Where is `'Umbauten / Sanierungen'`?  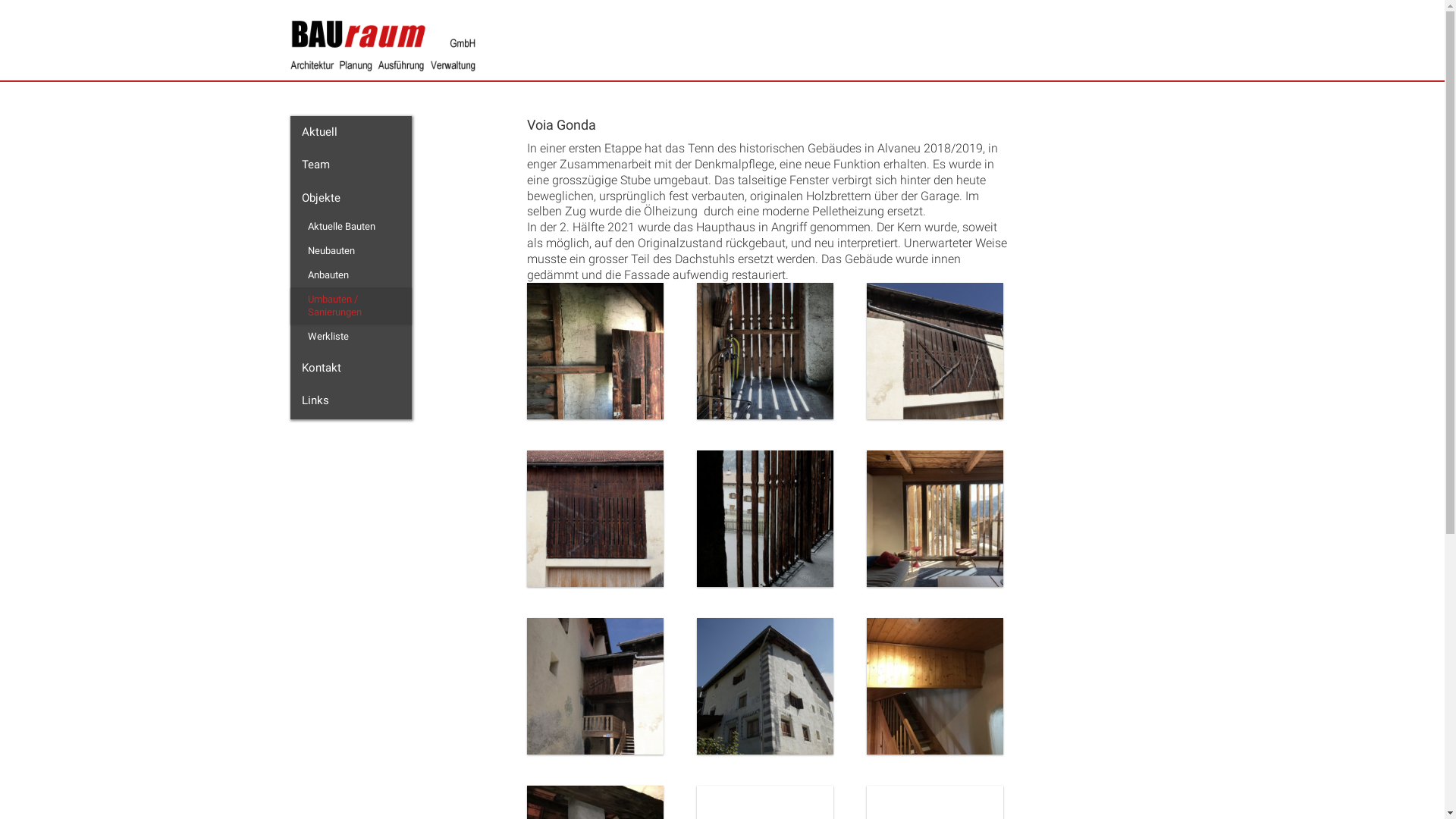 'Umbauten / Sanierungen' is located at coordinates (295, 306).